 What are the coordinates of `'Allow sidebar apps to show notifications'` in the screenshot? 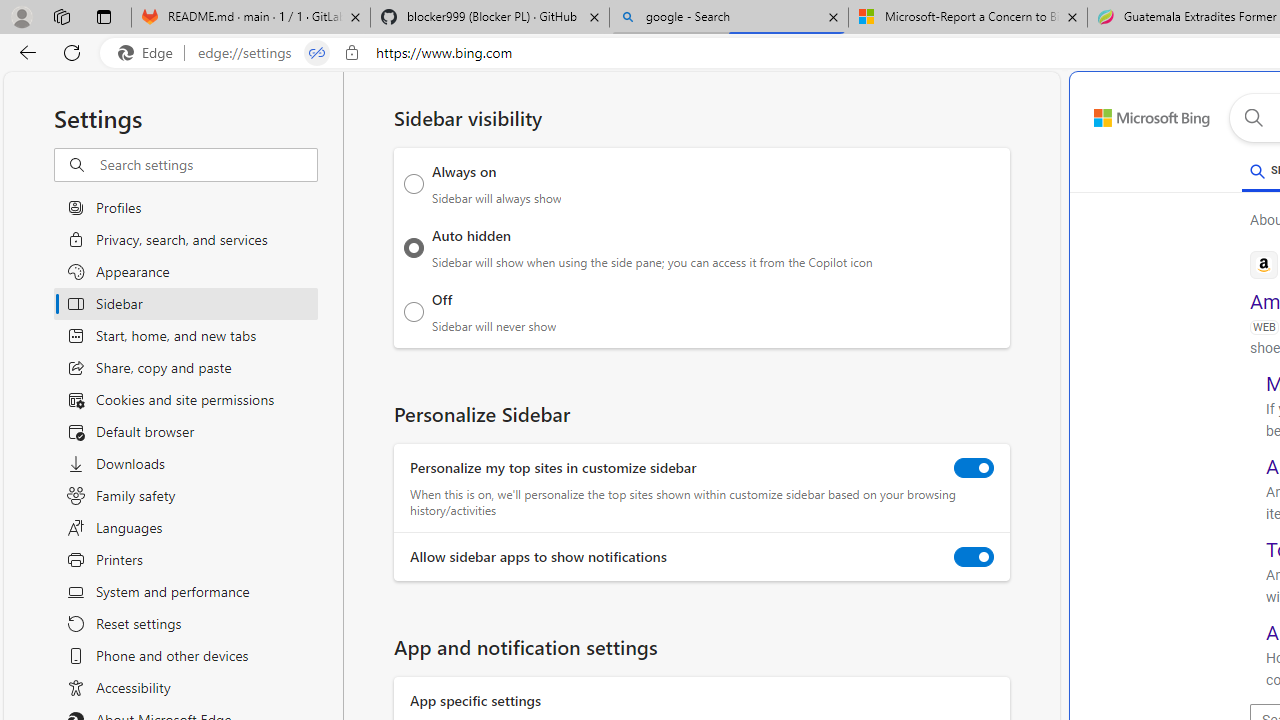 It's located at (974, 557).